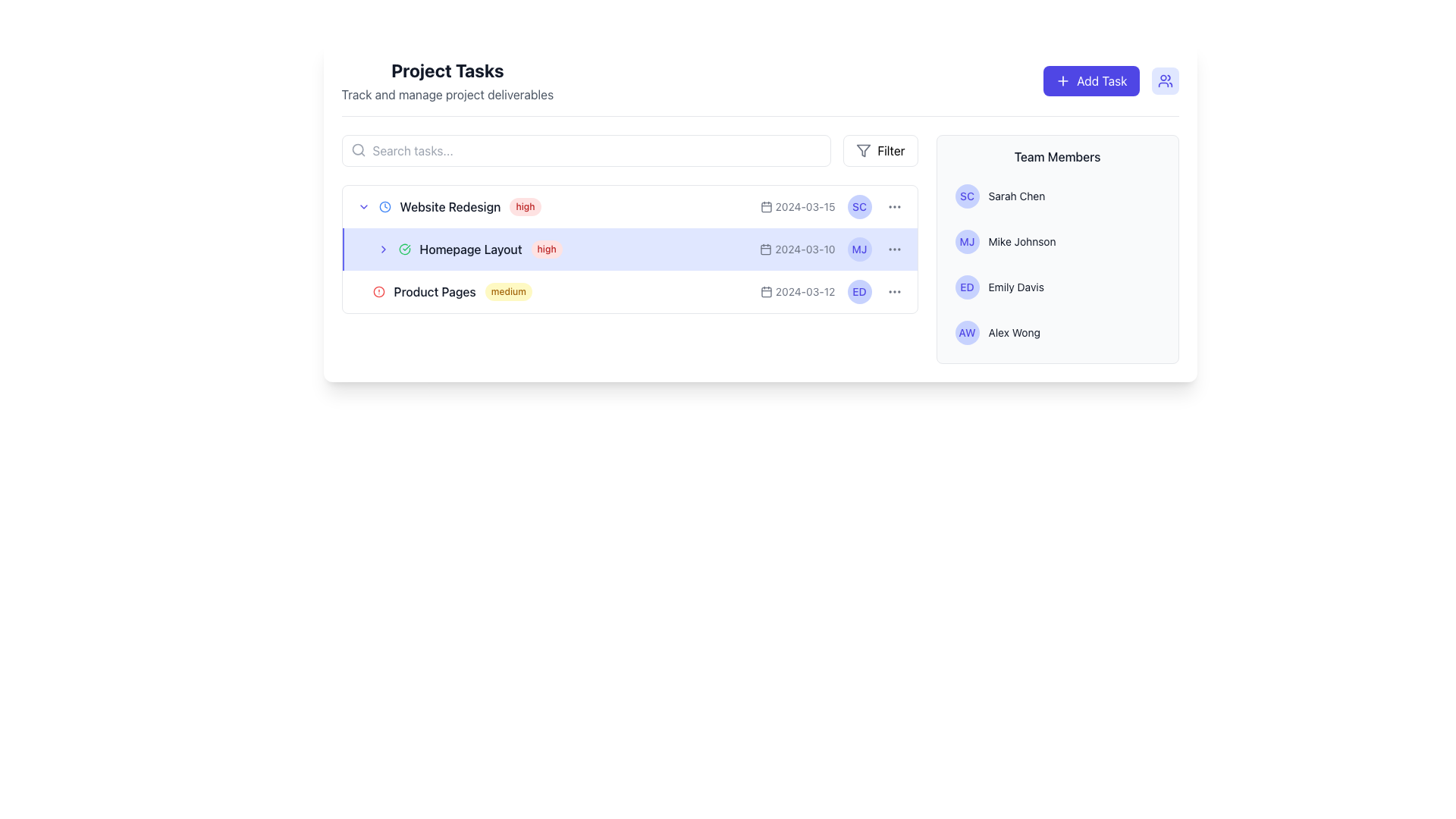 The height and width of the screenshot is (819, 1456). Describe the element at coordinates (1022, 241) in the screenshot. I see `the Text label identifying the team member next to the circular badge labeled 'MJ' in the 'Team Members' section on the right-hand side of the interface` at that location.